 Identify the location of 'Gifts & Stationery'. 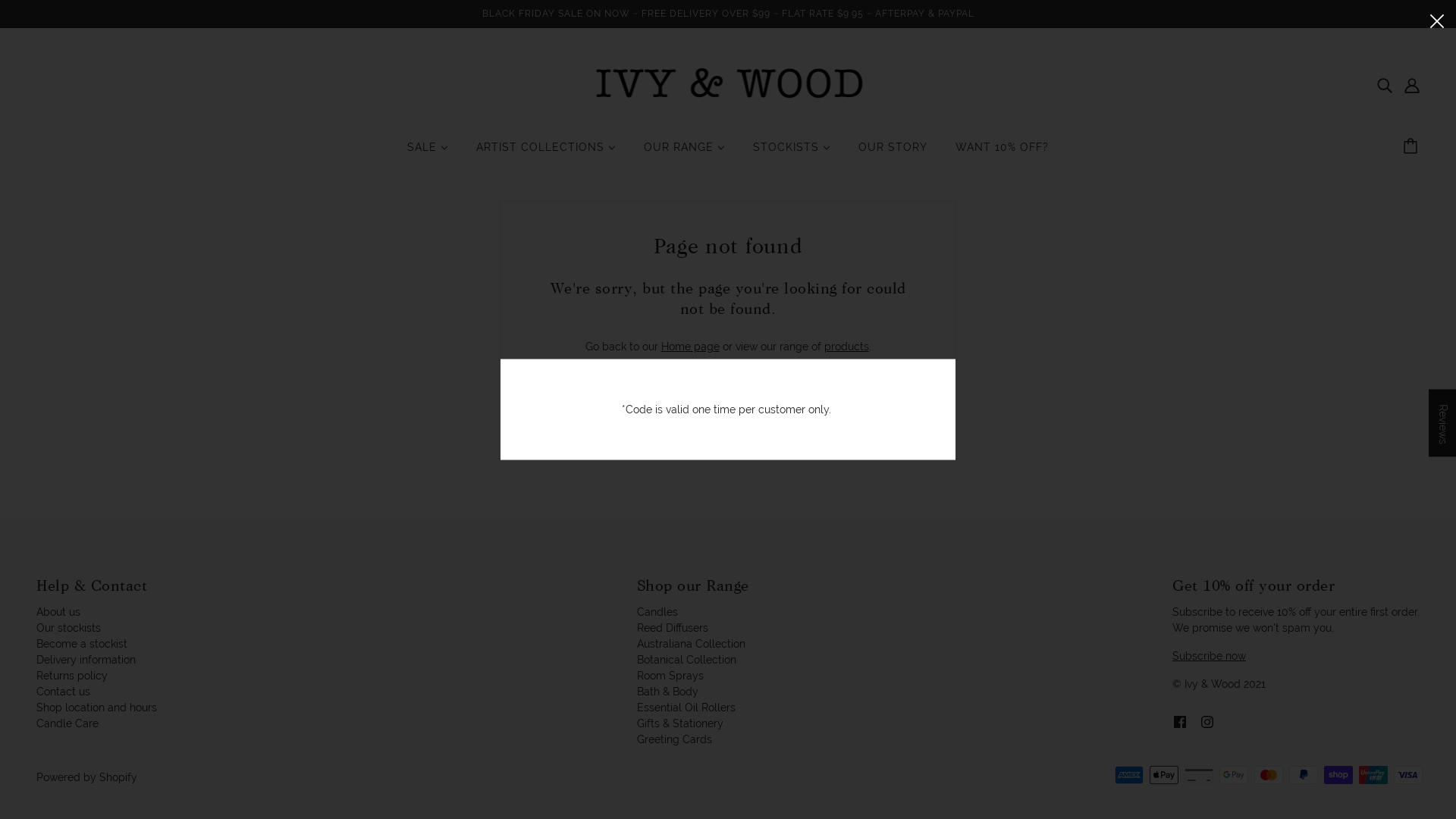
(679, 722).